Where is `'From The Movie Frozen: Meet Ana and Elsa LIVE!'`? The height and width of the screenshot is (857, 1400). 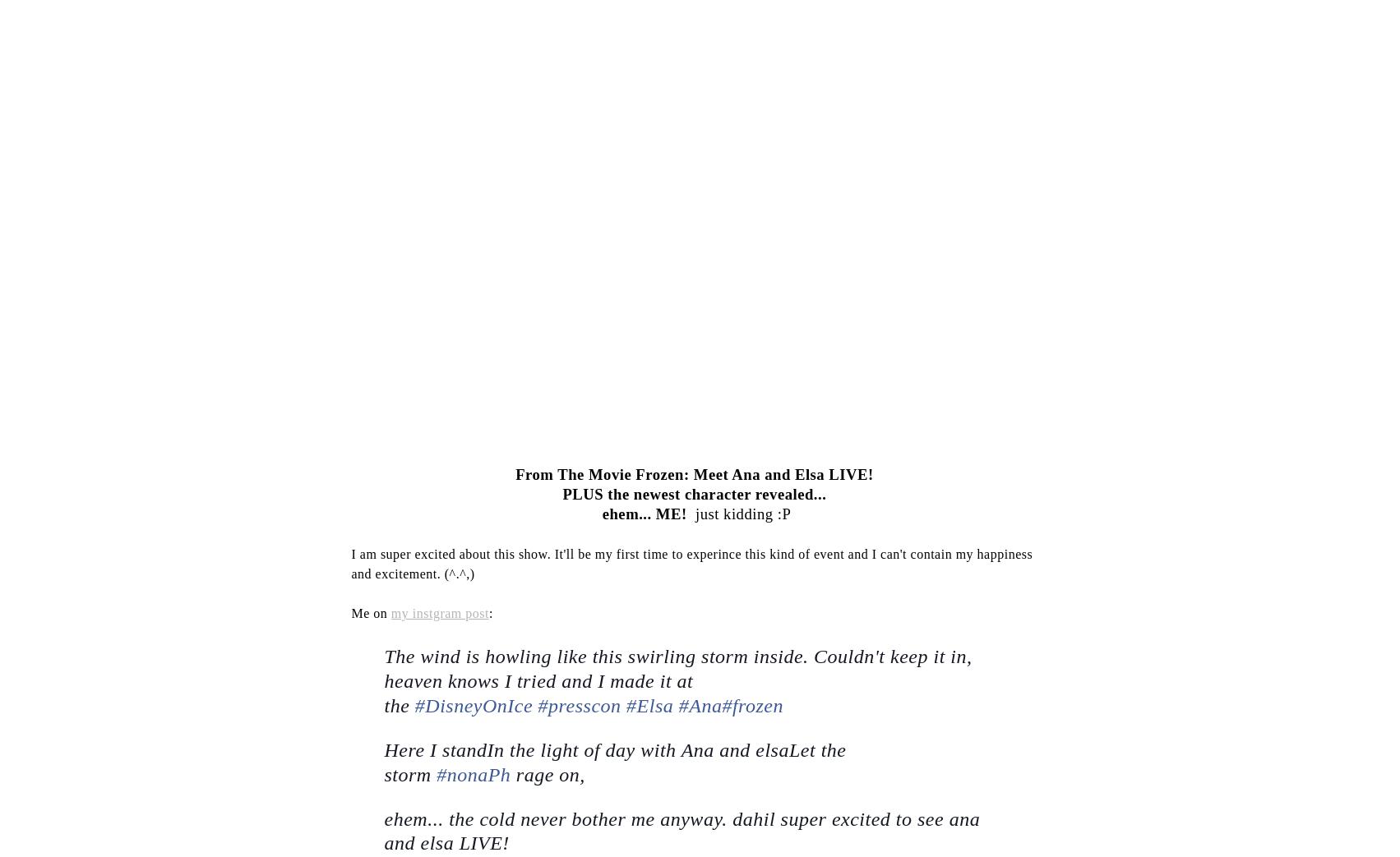
'From The Movie Frozen: Meet Ana and Elsa LIVE!' is located at coordinates (515, 474).